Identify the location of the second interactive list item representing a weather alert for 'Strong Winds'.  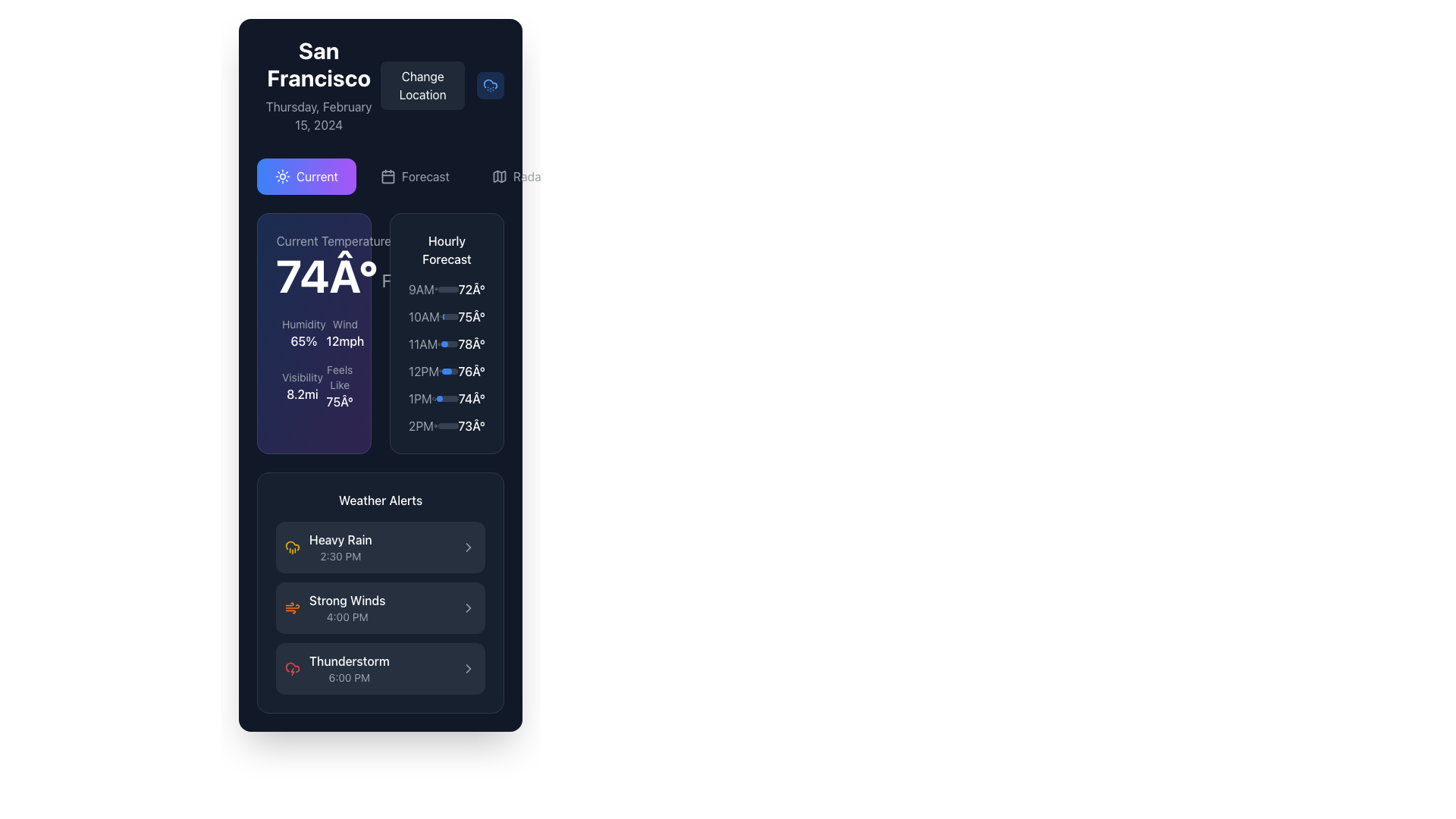
(381, 607).